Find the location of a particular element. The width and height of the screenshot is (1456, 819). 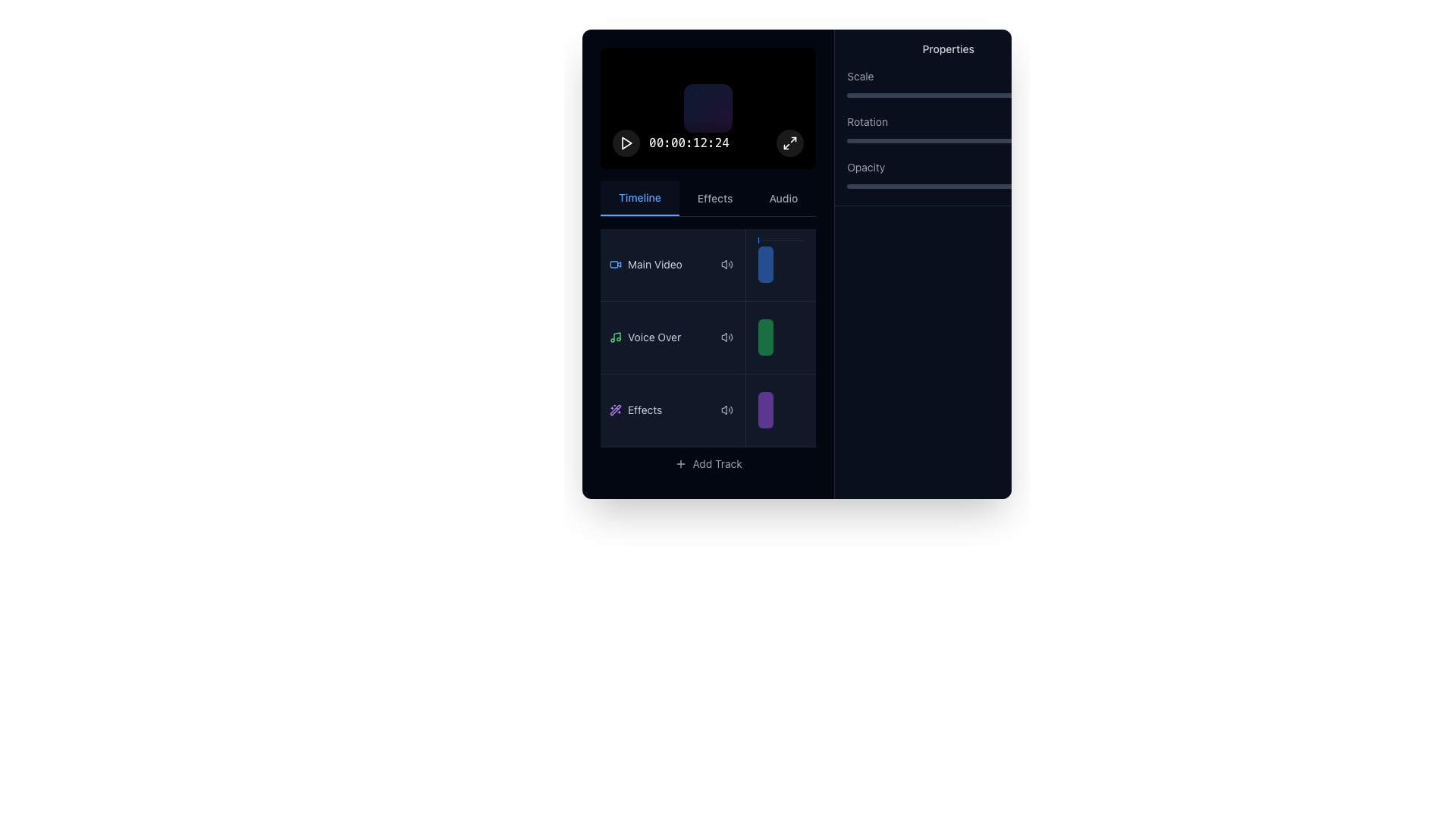

the 'Effects' label in the left panel of the multimedia editing application, which is the third item in a vertical list of tracks or layers is located at coordinates (635, 410).